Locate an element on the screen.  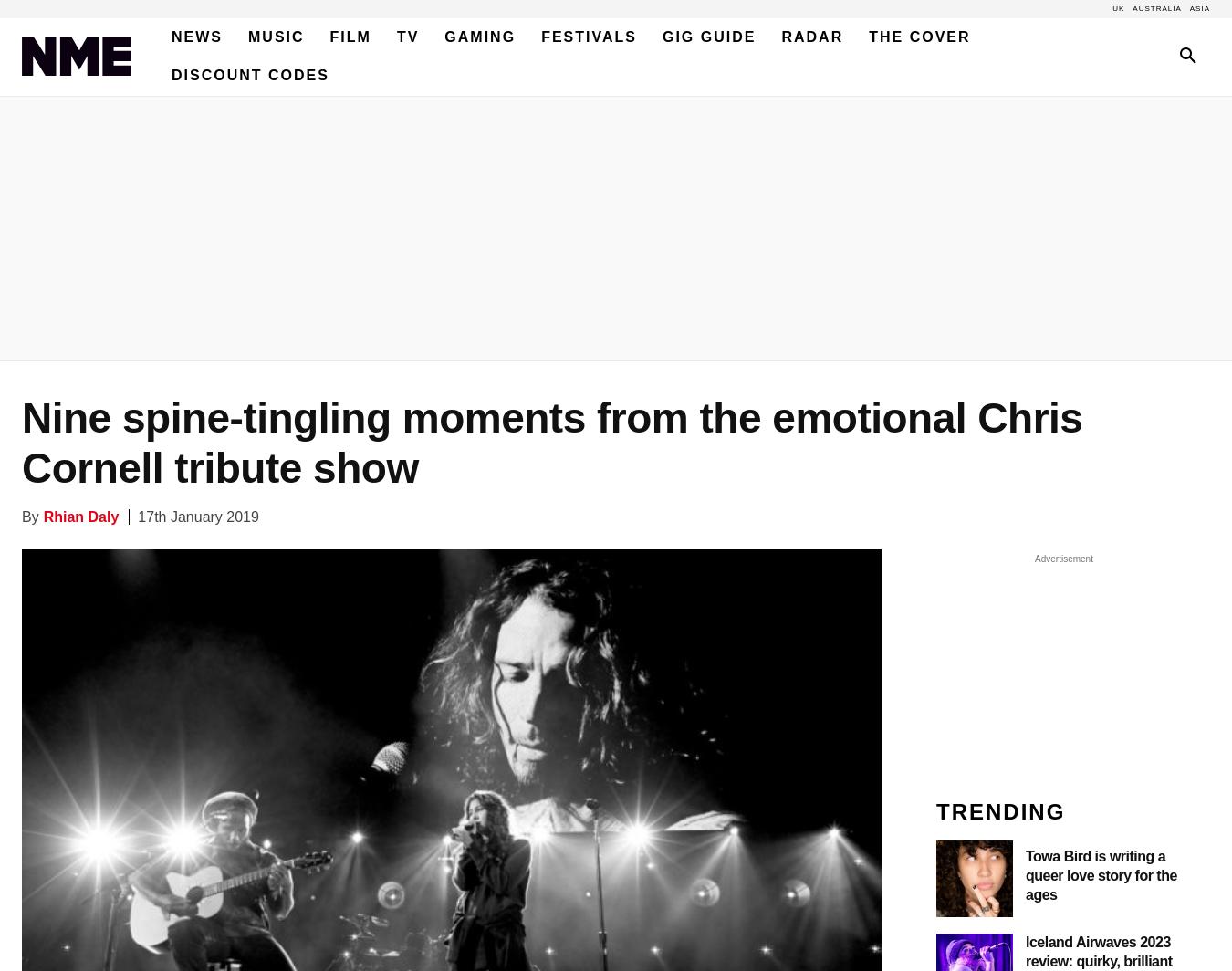
'Gaming' is located at coordinates (478, 37).